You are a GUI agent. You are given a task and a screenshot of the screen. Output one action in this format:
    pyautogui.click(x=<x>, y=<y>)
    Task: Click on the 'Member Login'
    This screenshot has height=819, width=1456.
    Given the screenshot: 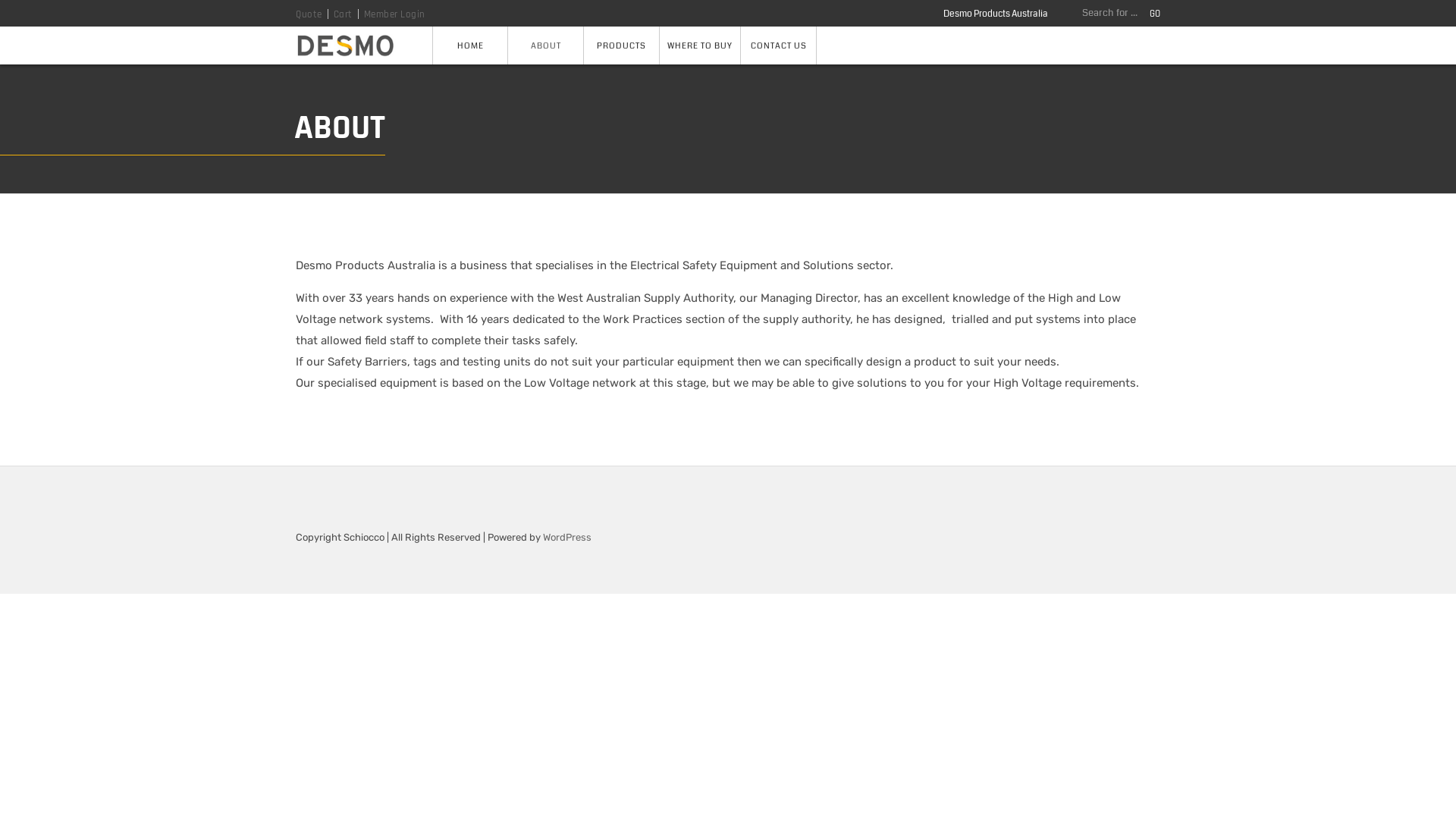 What is the action you would take?
    pyautogui.click(x=394, y=14)
    